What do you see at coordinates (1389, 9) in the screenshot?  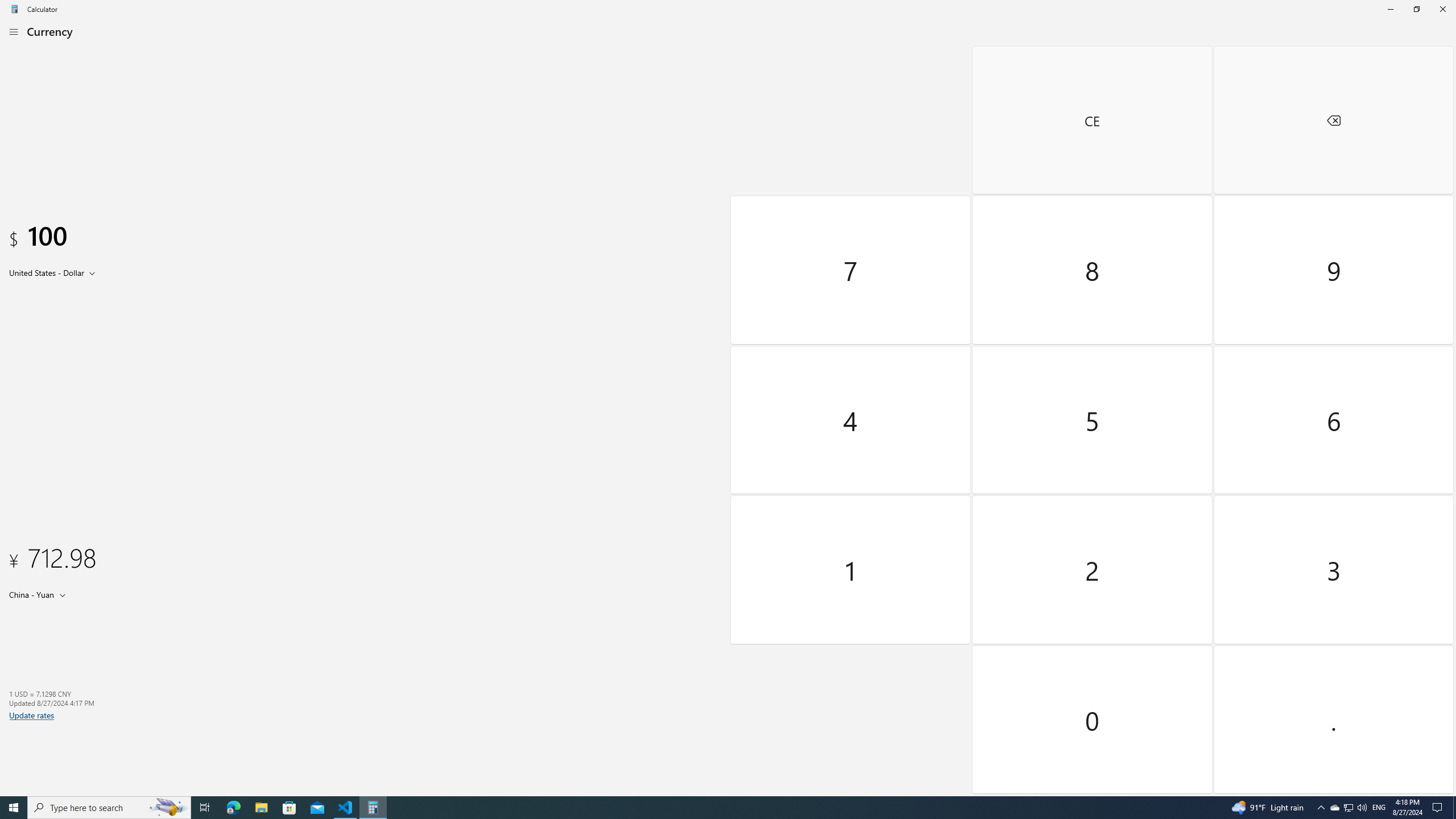 I see `'Minimize Calculator'` at bounding box center [1389, 9].